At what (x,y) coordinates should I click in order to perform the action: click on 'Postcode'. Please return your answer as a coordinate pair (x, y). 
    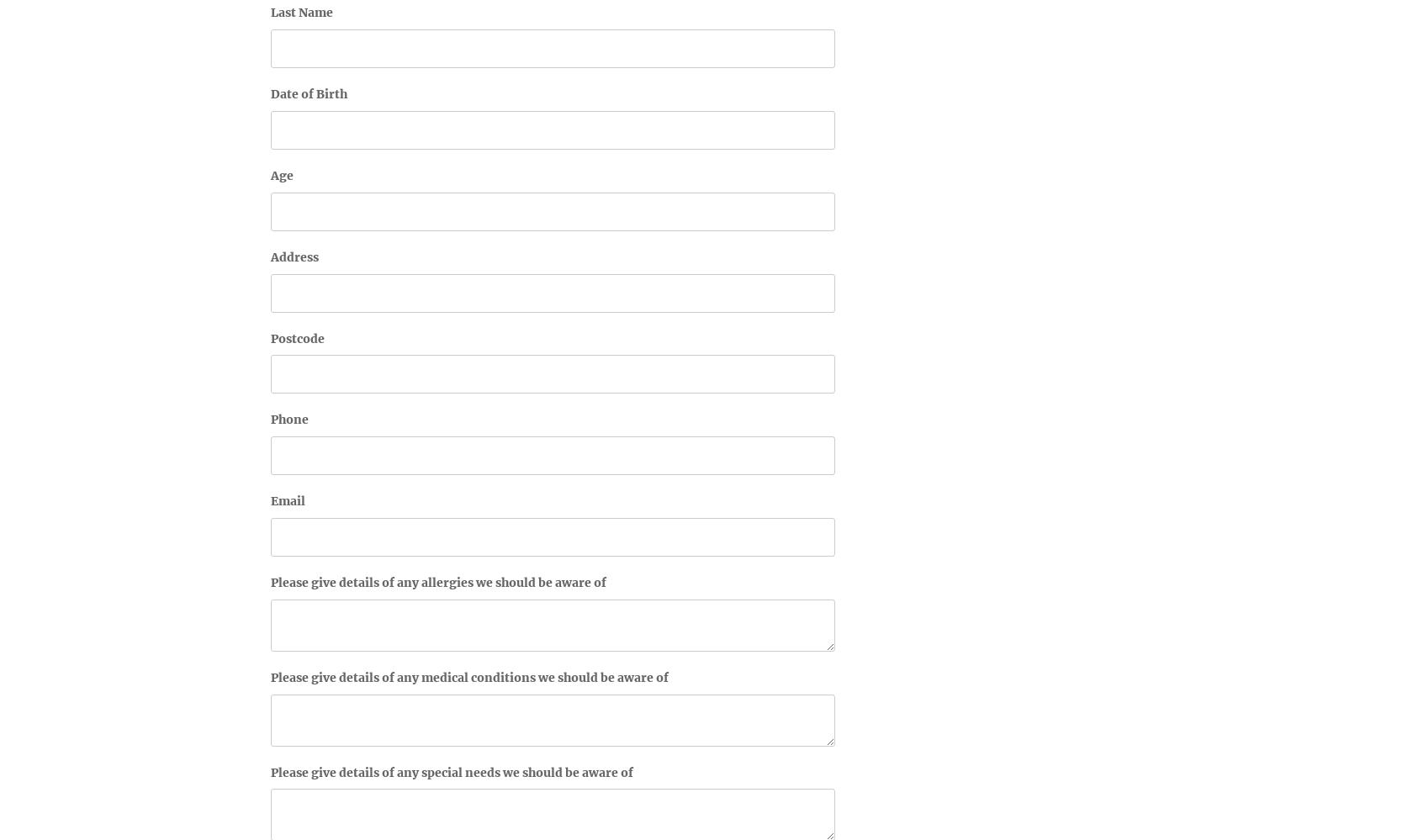
    Looking at the image, I should click on (271, 336).